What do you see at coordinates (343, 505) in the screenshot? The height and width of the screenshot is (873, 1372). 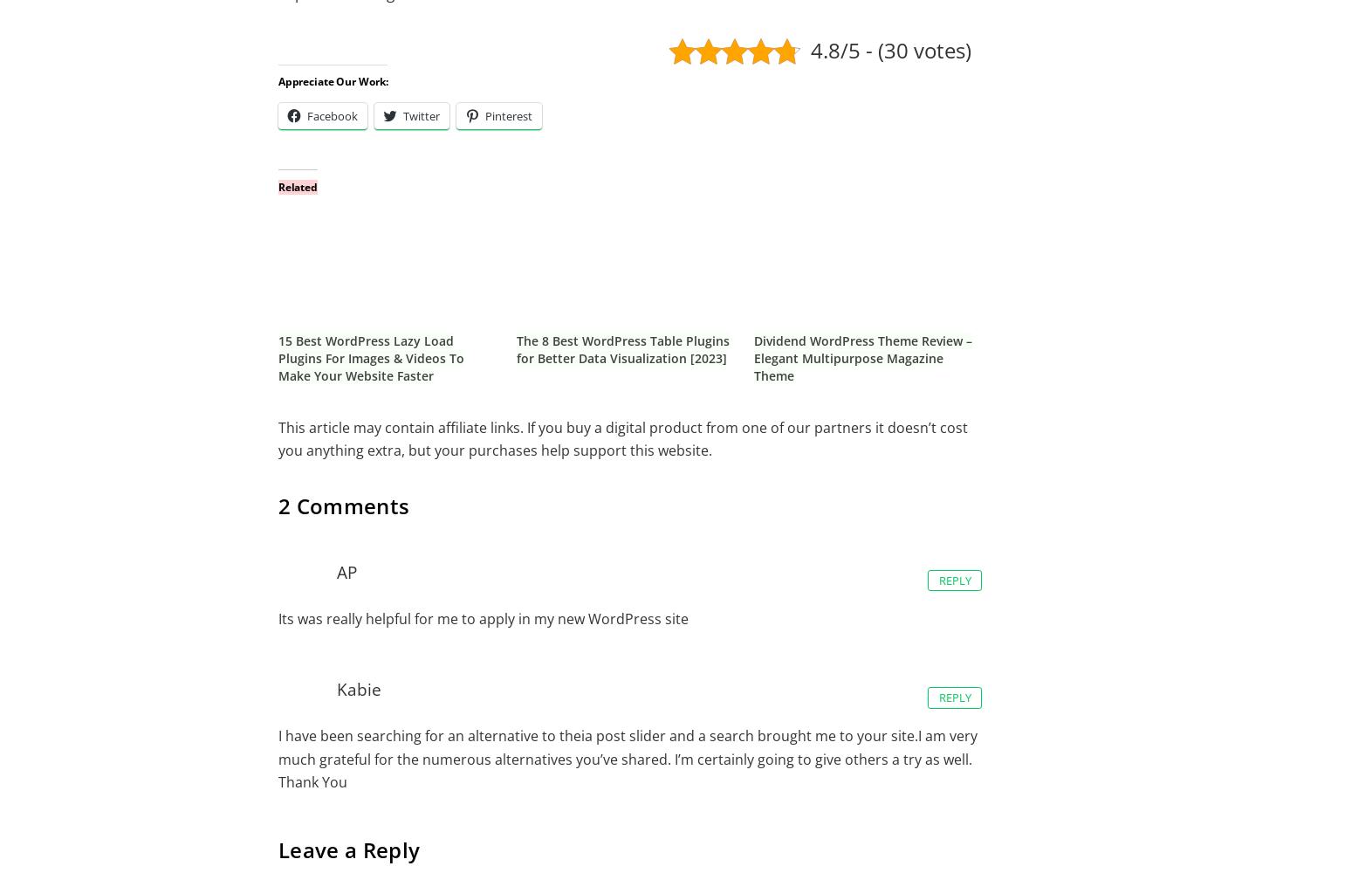 I see `'2 Comments'` at bounding box center [343, 505].